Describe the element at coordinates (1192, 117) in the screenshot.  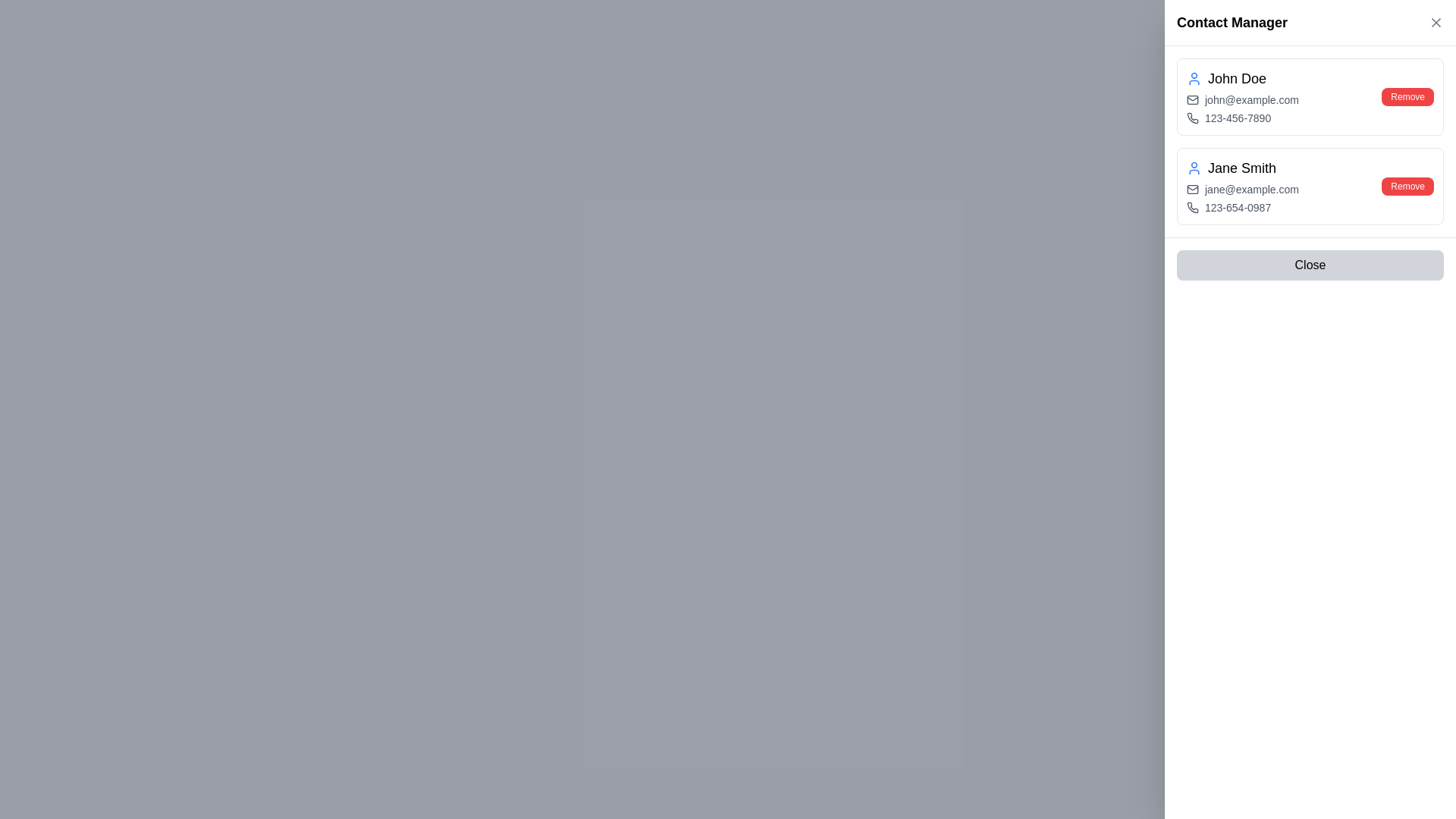
I see `the telephone handset icon` at that location.